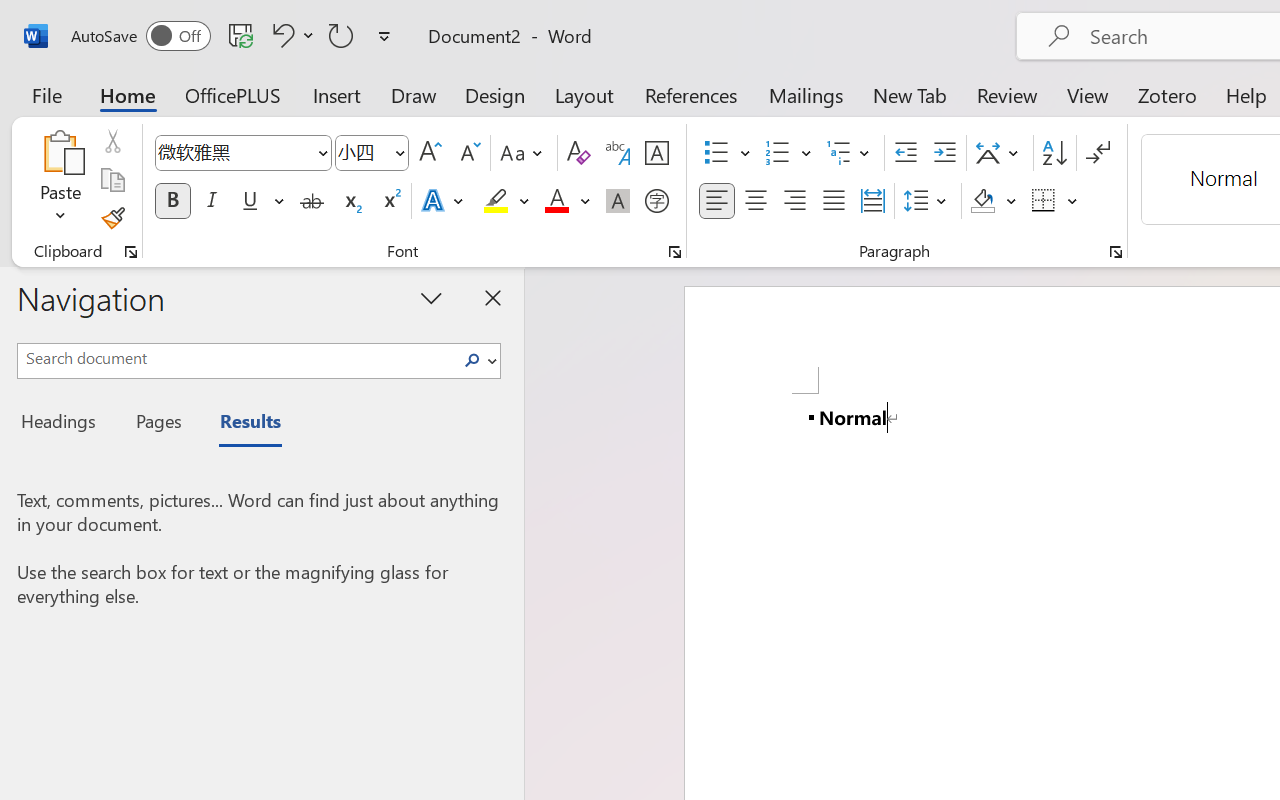  Describe the element at coordinates (413, 94) in the screenshot. I see `'Draw'` at that location.